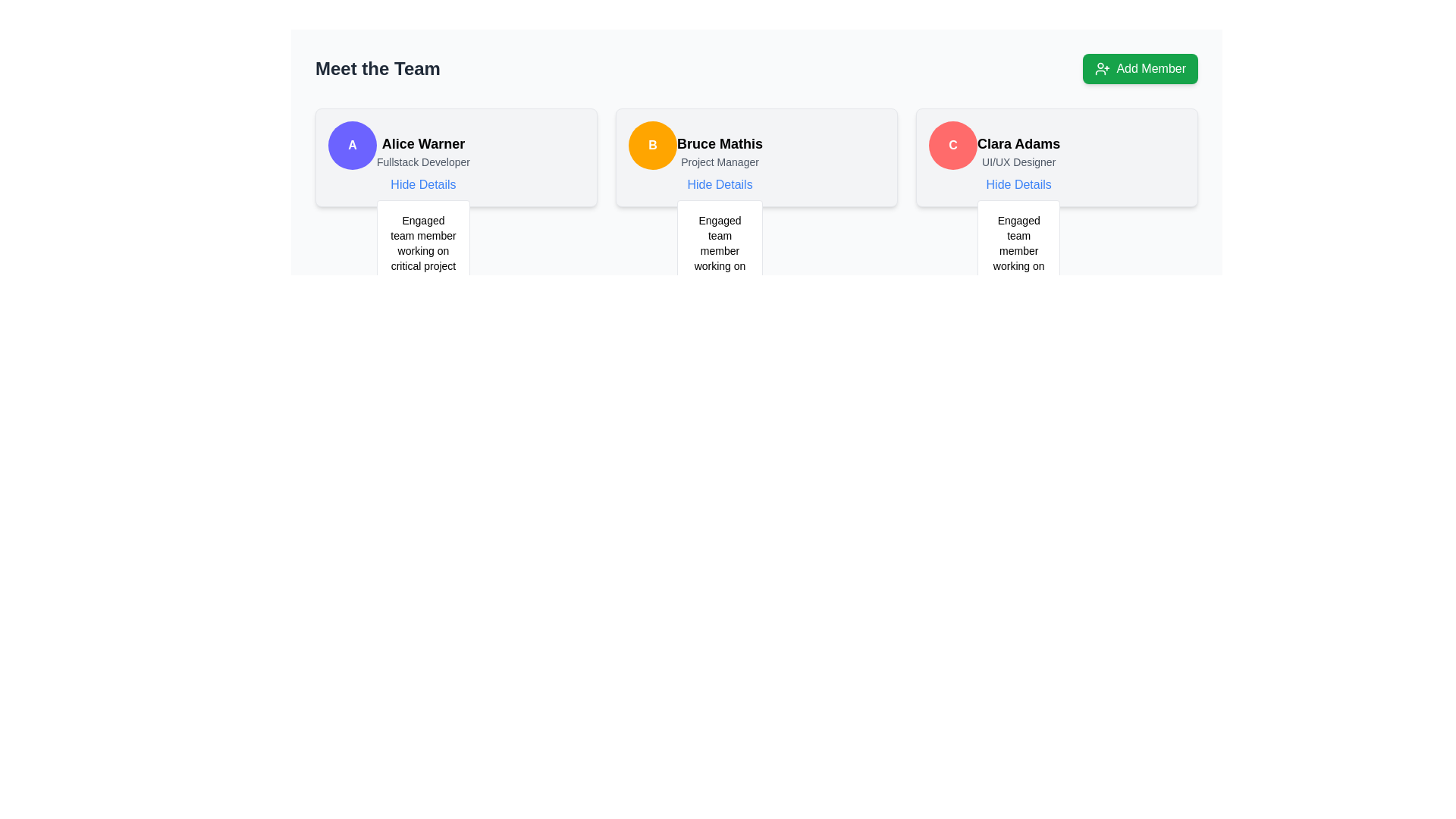 The image size is (1456, 819). I want to click on the static text label displaying 'Fullstack Developer', which is located below 'Alice Warner' and above 'Hide Details' in the leftmost profile card of the 'Meet the Team' section, so click(423, 162).